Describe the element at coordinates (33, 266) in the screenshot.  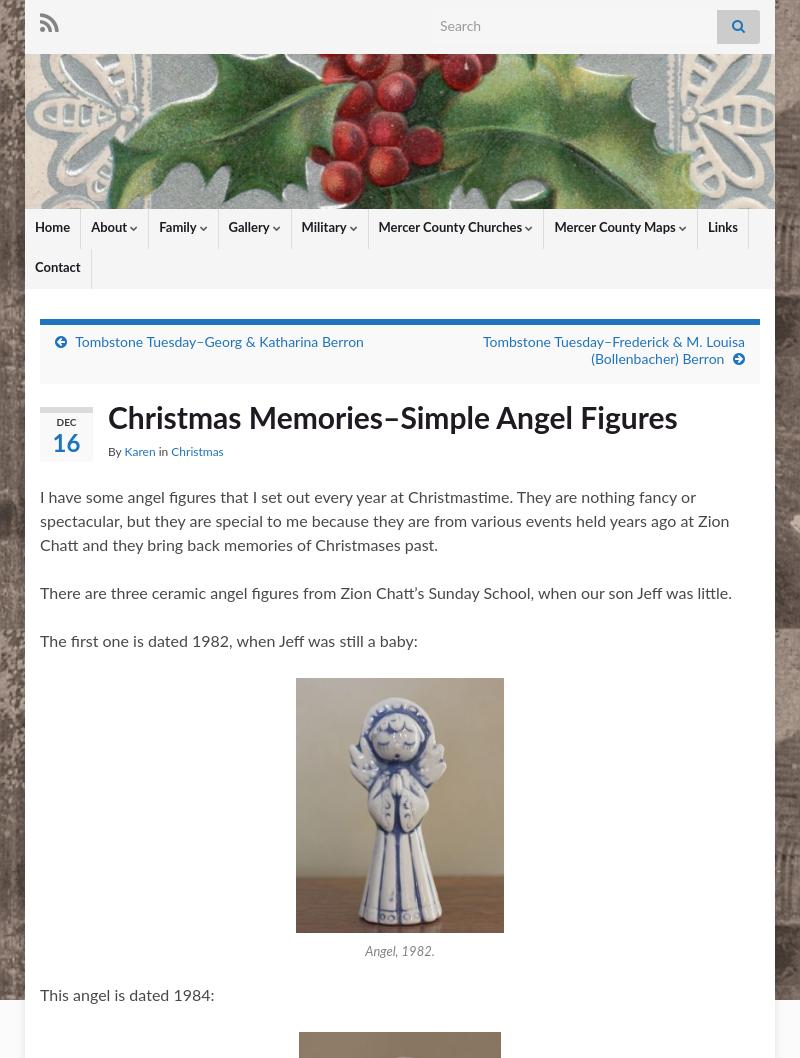
I see `'Contact'` at that location.